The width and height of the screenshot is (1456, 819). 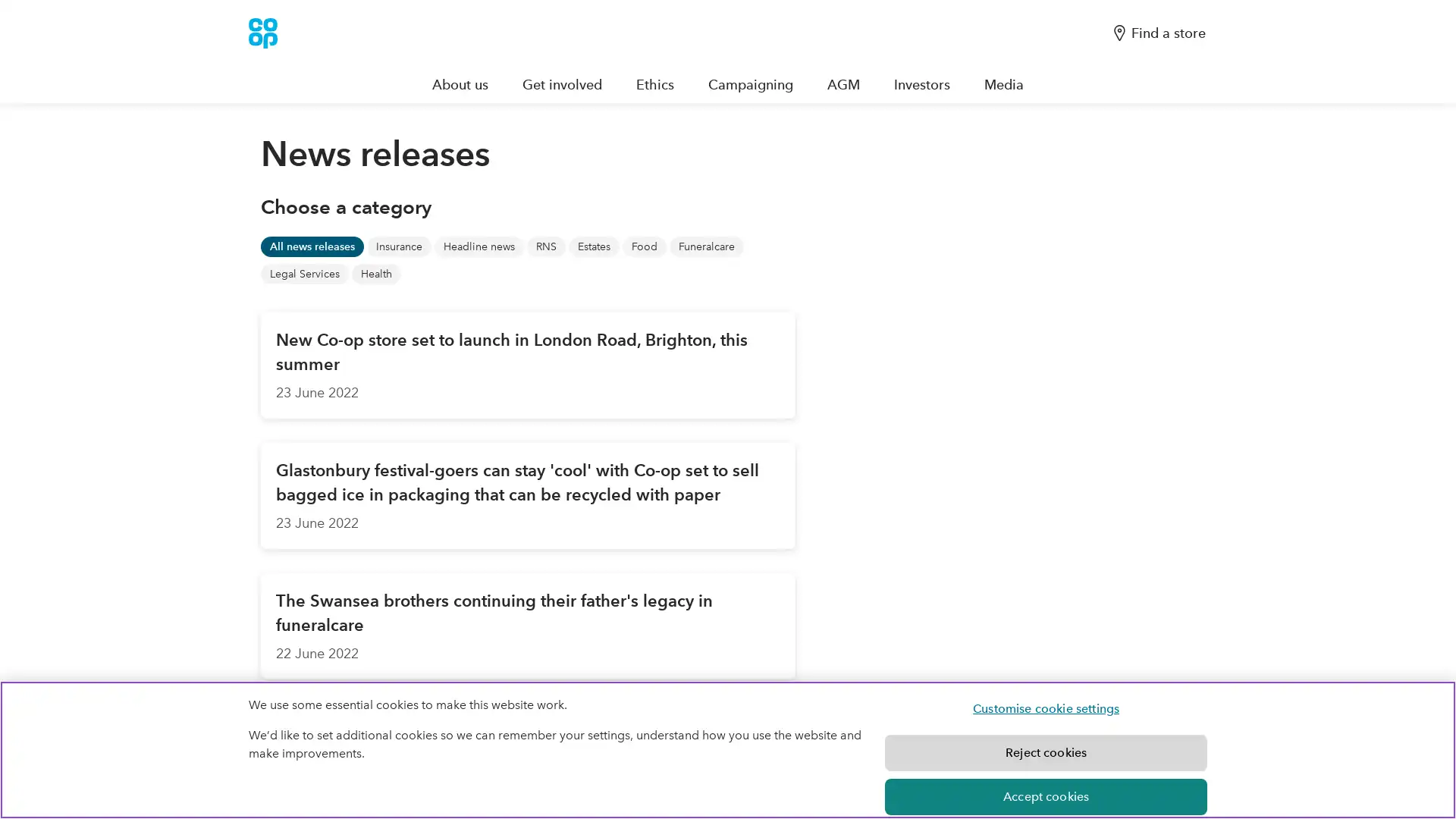 What do you see at coordinates (1044, 752) in the screenshot?
I see `Reject cookies` at bounding box center [1044, 752].